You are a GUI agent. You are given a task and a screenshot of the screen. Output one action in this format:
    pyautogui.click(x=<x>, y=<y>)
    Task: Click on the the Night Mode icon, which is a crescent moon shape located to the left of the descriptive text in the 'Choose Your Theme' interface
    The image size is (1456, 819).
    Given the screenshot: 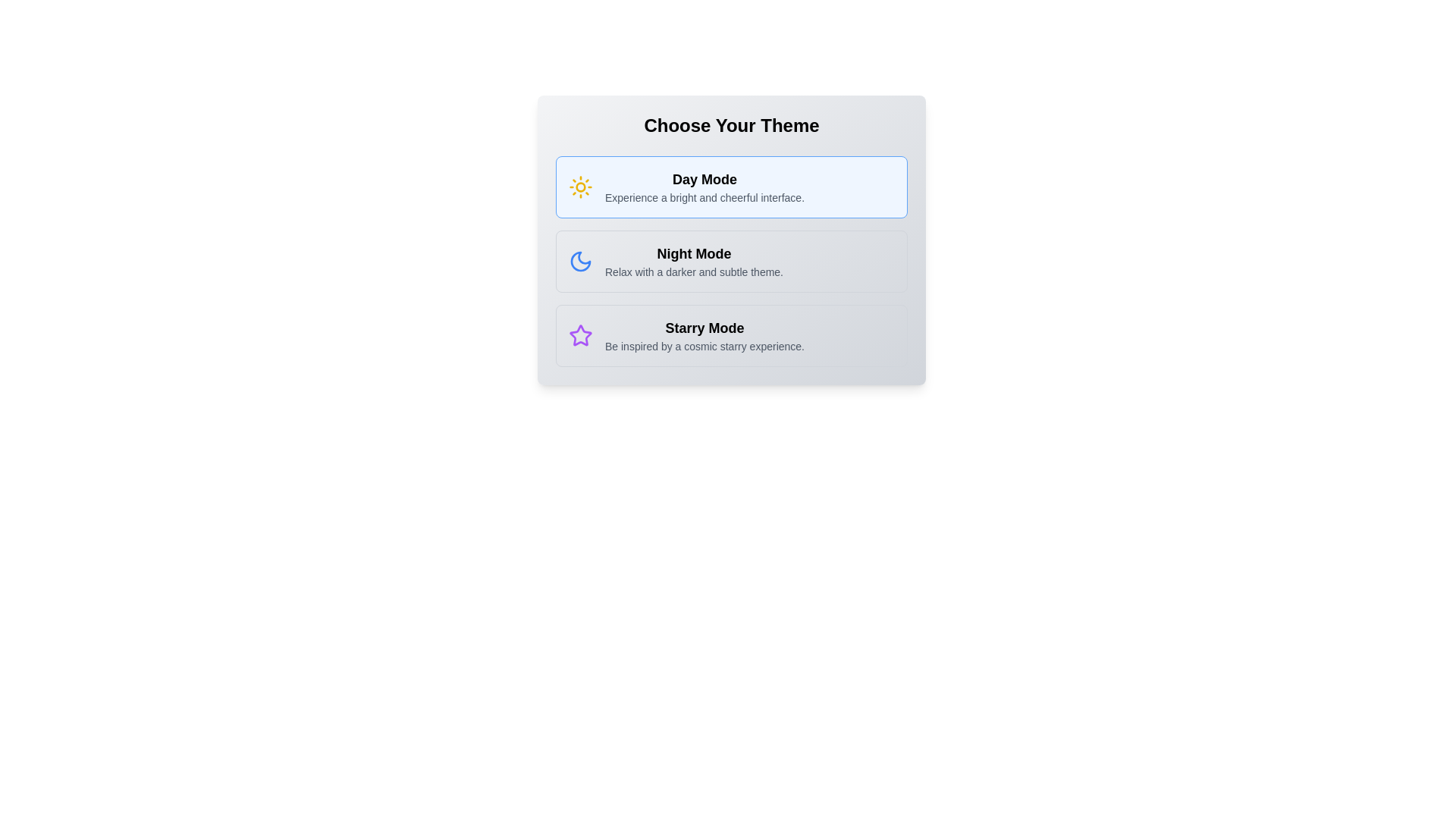 What is the action you would take?
    pyautogui.click(x=580, y=260)
    